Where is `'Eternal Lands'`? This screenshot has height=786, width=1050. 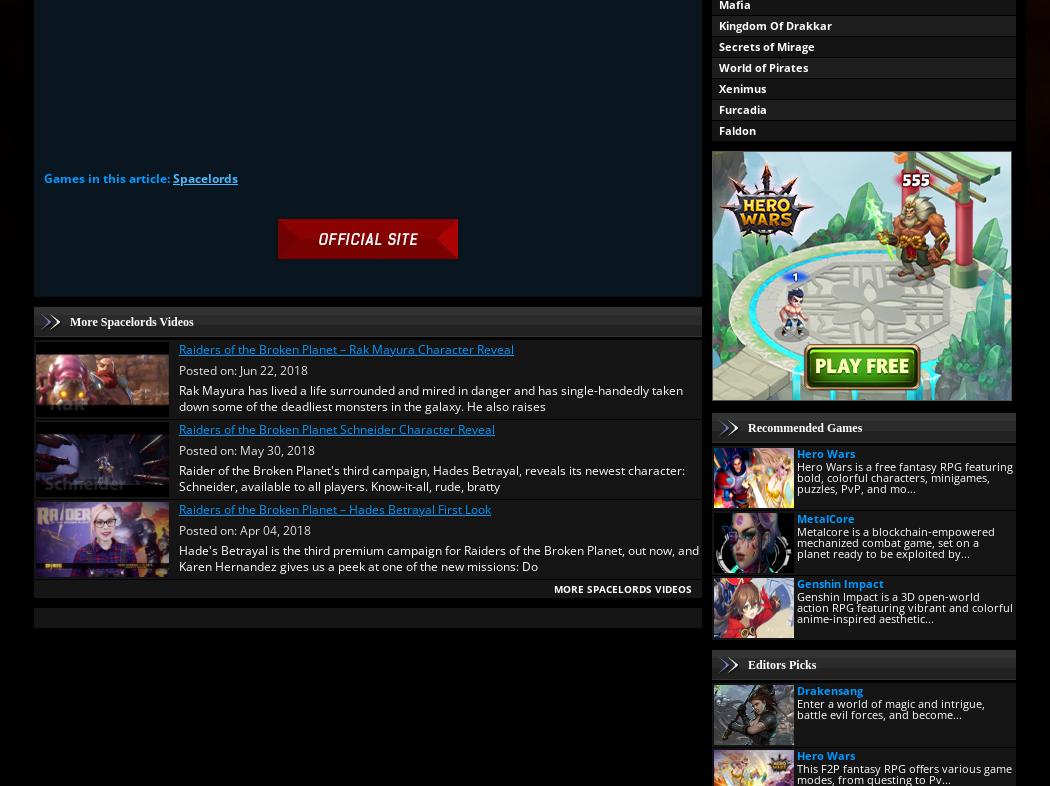 'Eternal Lands' is located at coordinates (718, 507).